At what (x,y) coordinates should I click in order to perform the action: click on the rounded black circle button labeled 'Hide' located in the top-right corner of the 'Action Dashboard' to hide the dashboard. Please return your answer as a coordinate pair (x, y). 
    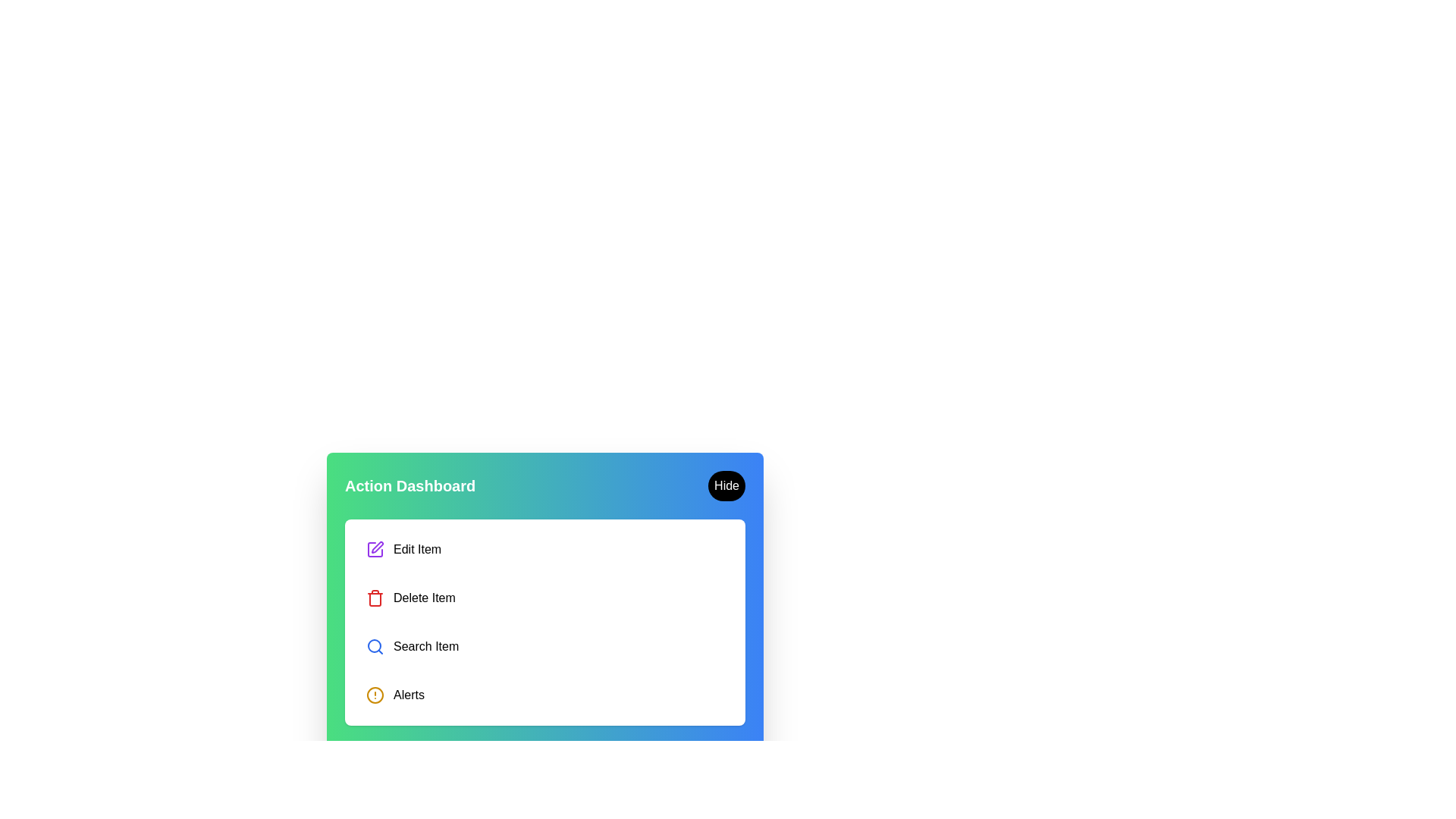
    Looking at the image, I should click on (726, 485).